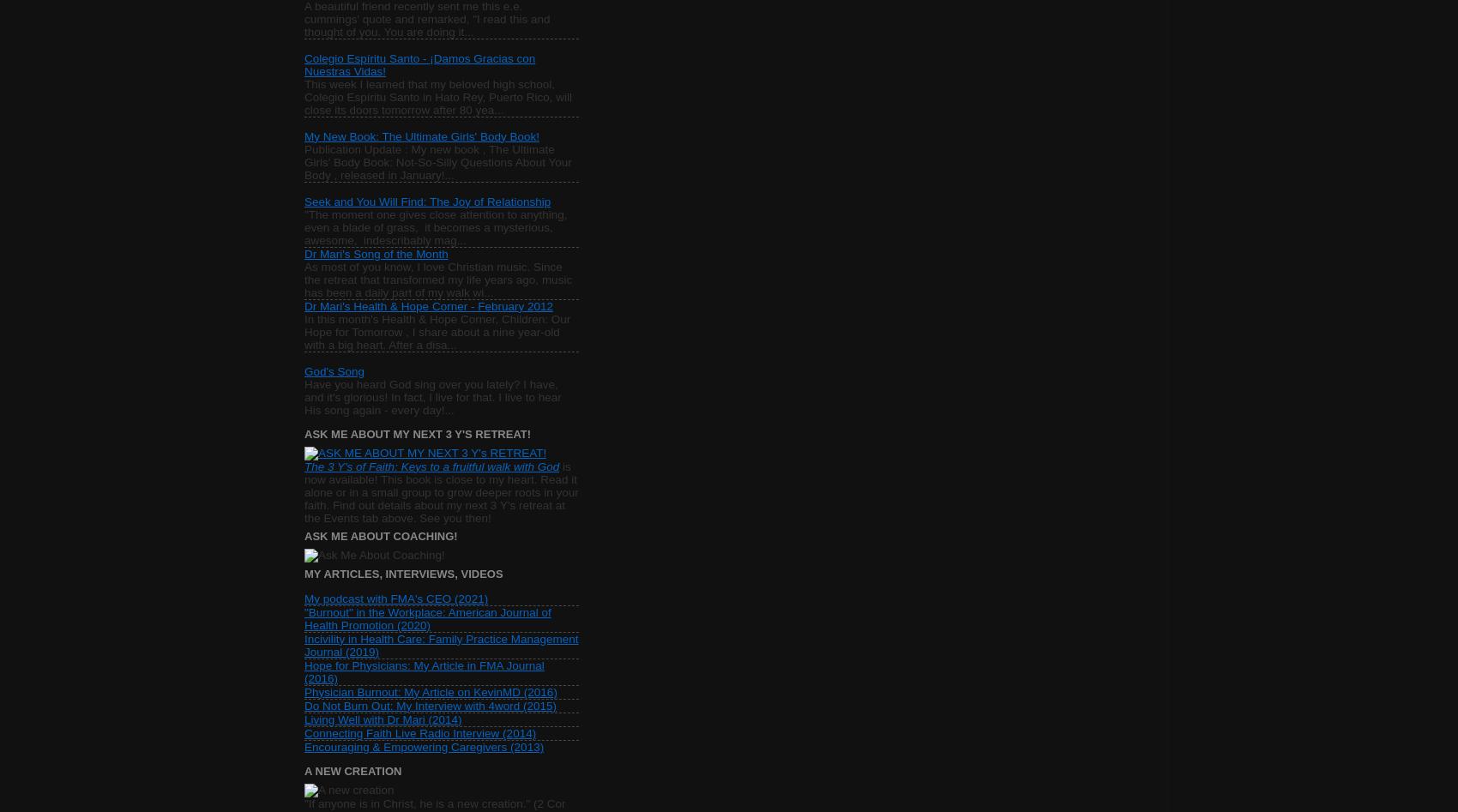 Image resolution: width=1458 pixels, height=812 pixels. I want to click on 'Seek and You Will Find: The Joy of Relationship', so click(303, 201).